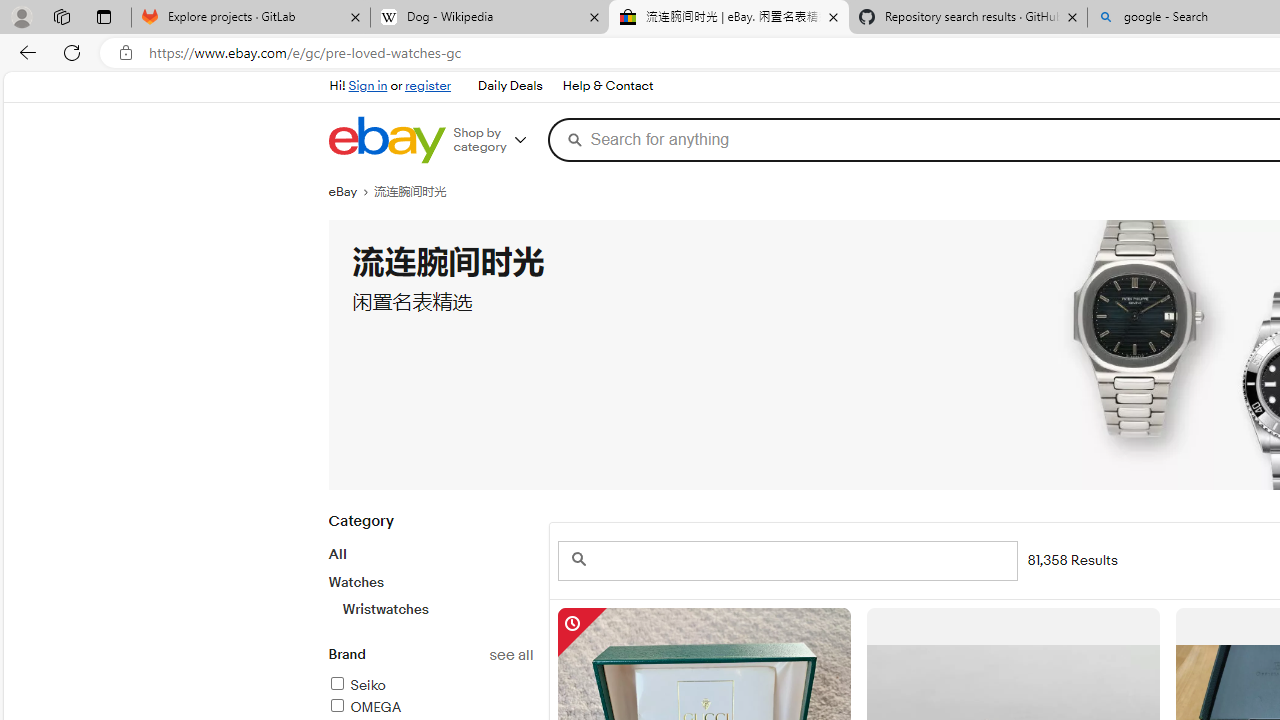  What do you see at coordinates (607, 86) in the screenshot?
I see `'Help & Contact'` at bounding box center [607, 86].